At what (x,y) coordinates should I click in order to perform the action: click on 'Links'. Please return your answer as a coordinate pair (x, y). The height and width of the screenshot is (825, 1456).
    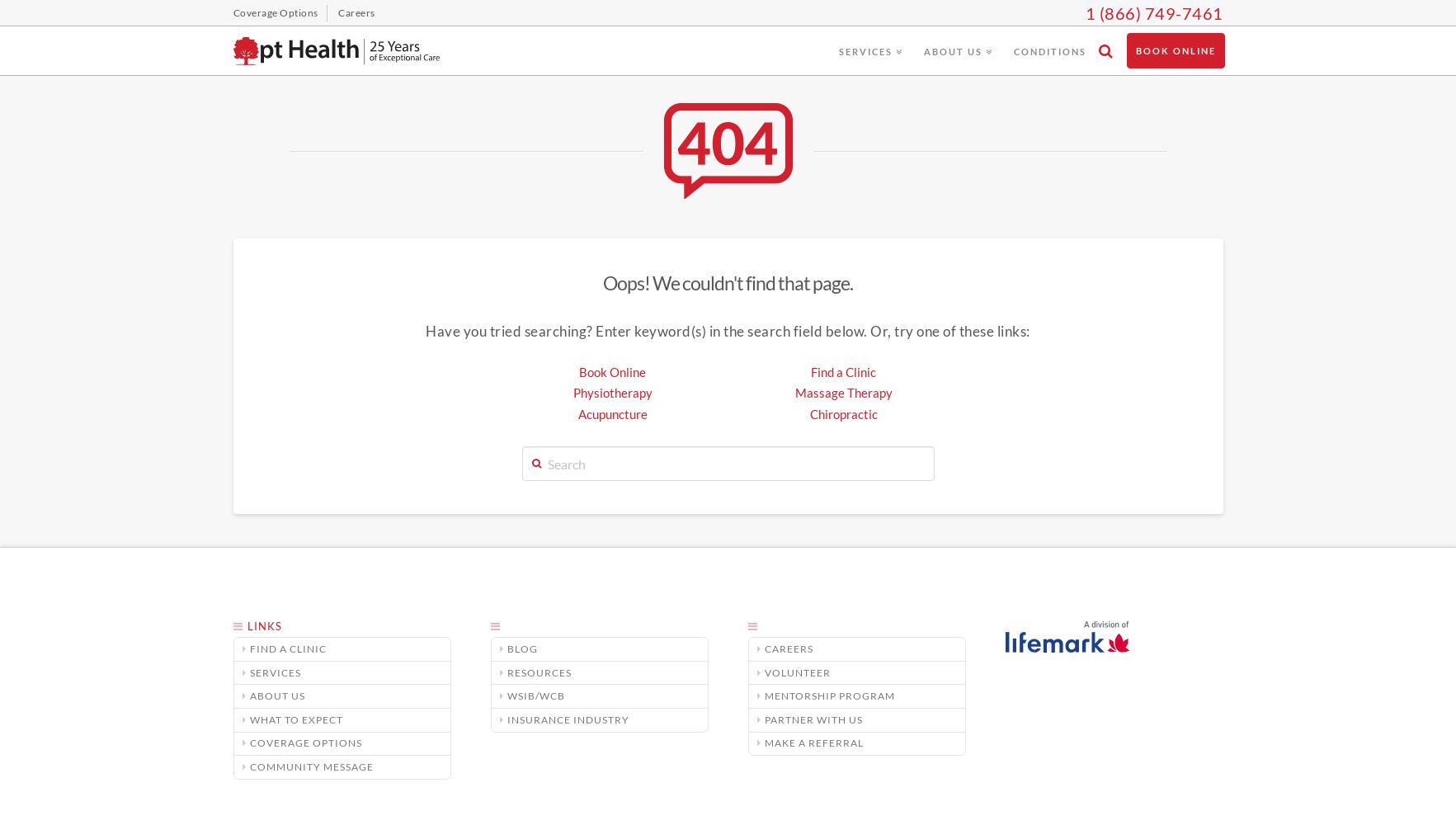
    Looking at the image, I should click on (262, 625).